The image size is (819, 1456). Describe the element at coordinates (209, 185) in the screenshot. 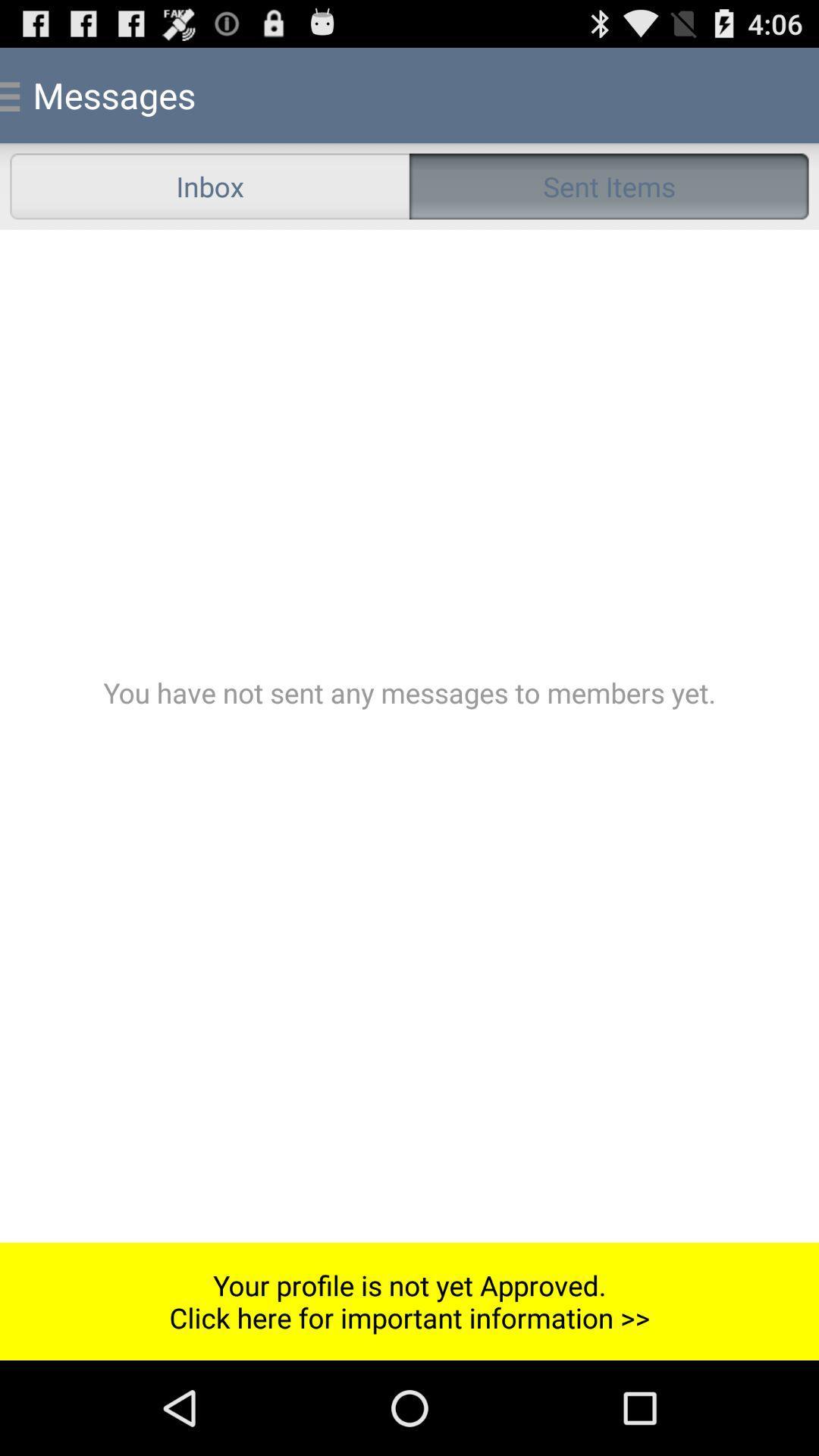

I see `the item to the left of sent items item` at that location.